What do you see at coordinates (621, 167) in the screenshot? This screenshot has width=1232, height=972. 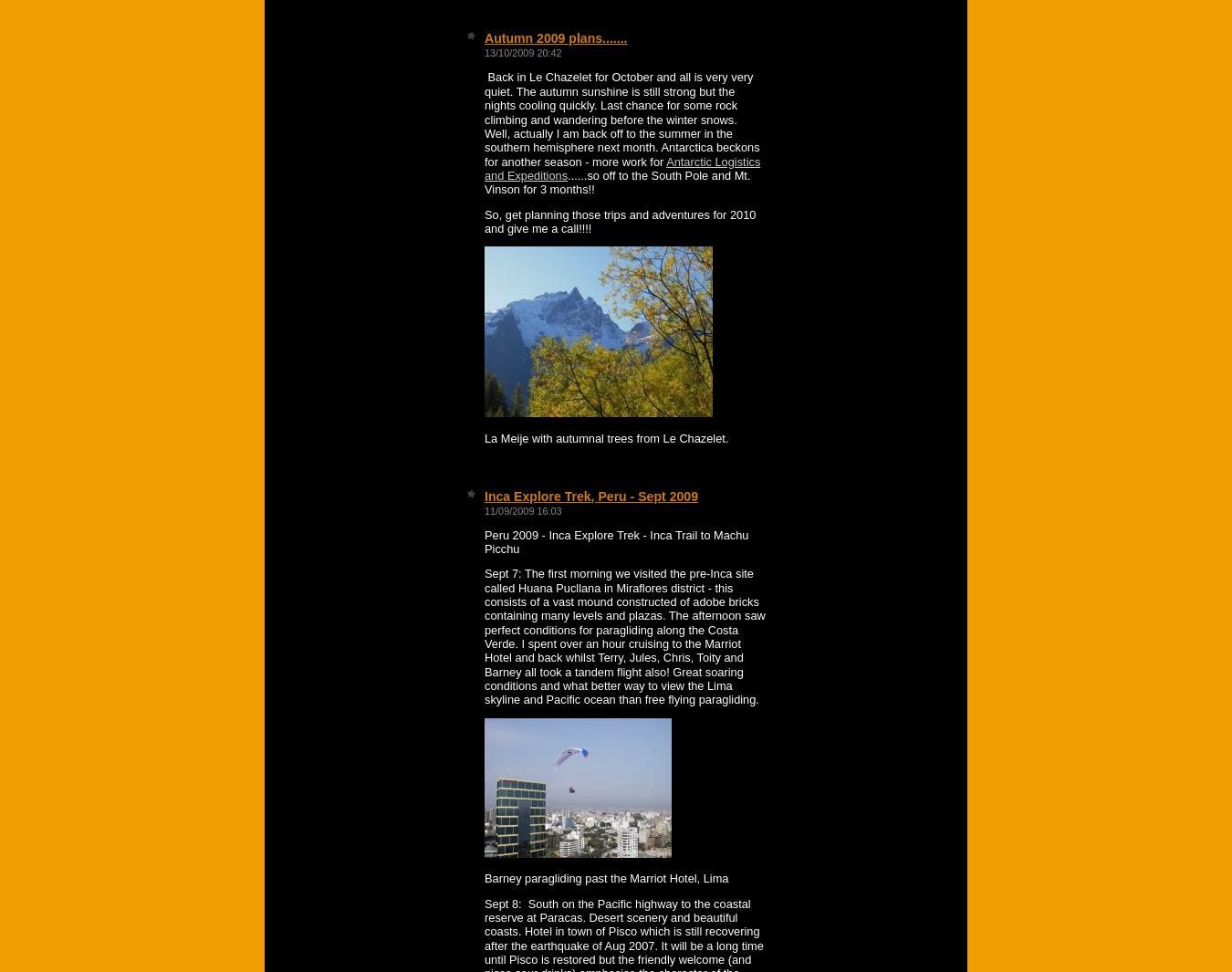 I see `'Antarctic Logistics and Expeditions'` at bounding box center [621, 167].